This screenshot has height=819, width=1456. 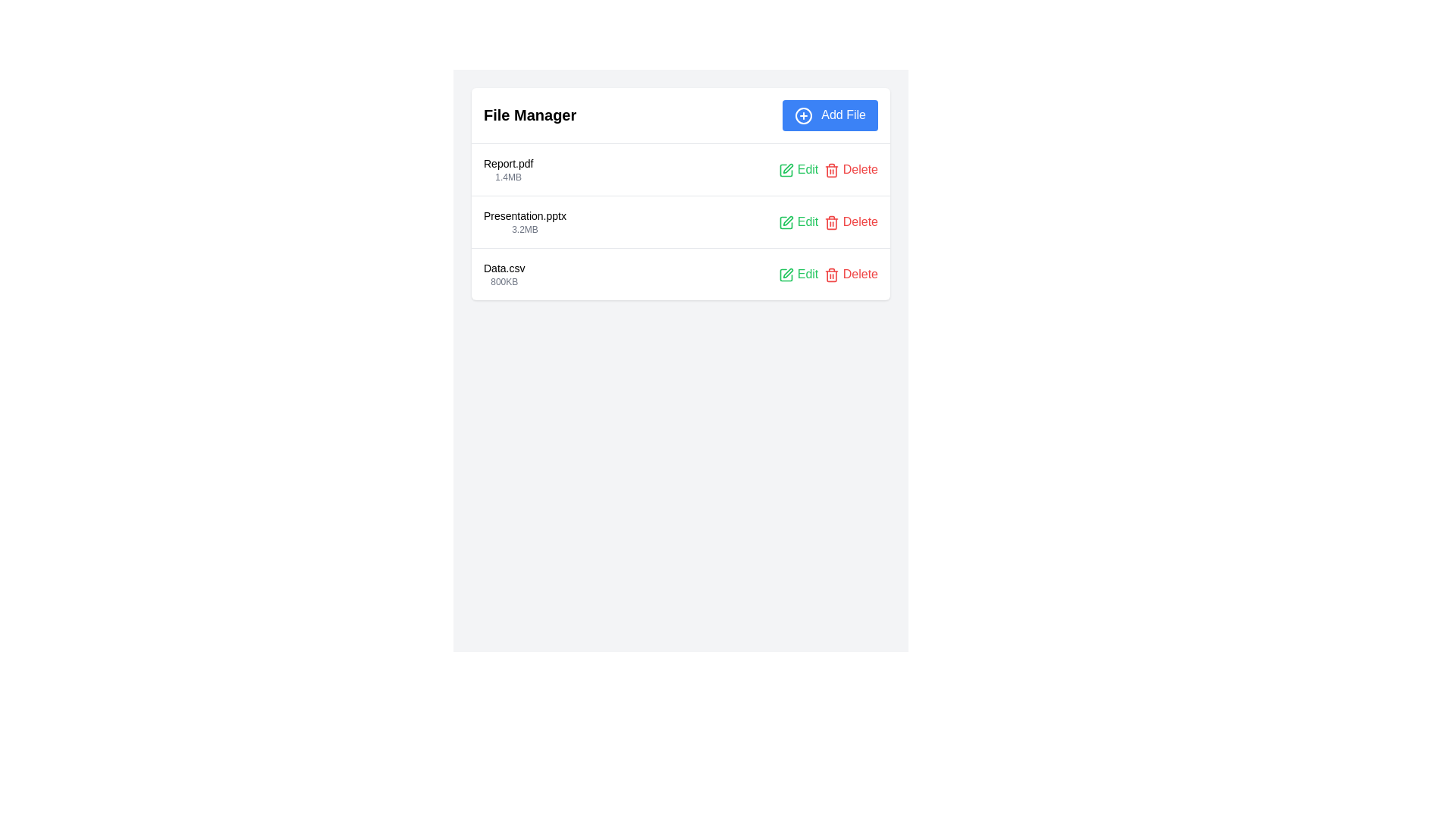 What do you see at coordinates (851, 274) in the screenshot?
I see `the red 'Delete' text label with a trash bin icon located at the right end of the third row in the 'File Manager' card` at bounding box center [851, 274].